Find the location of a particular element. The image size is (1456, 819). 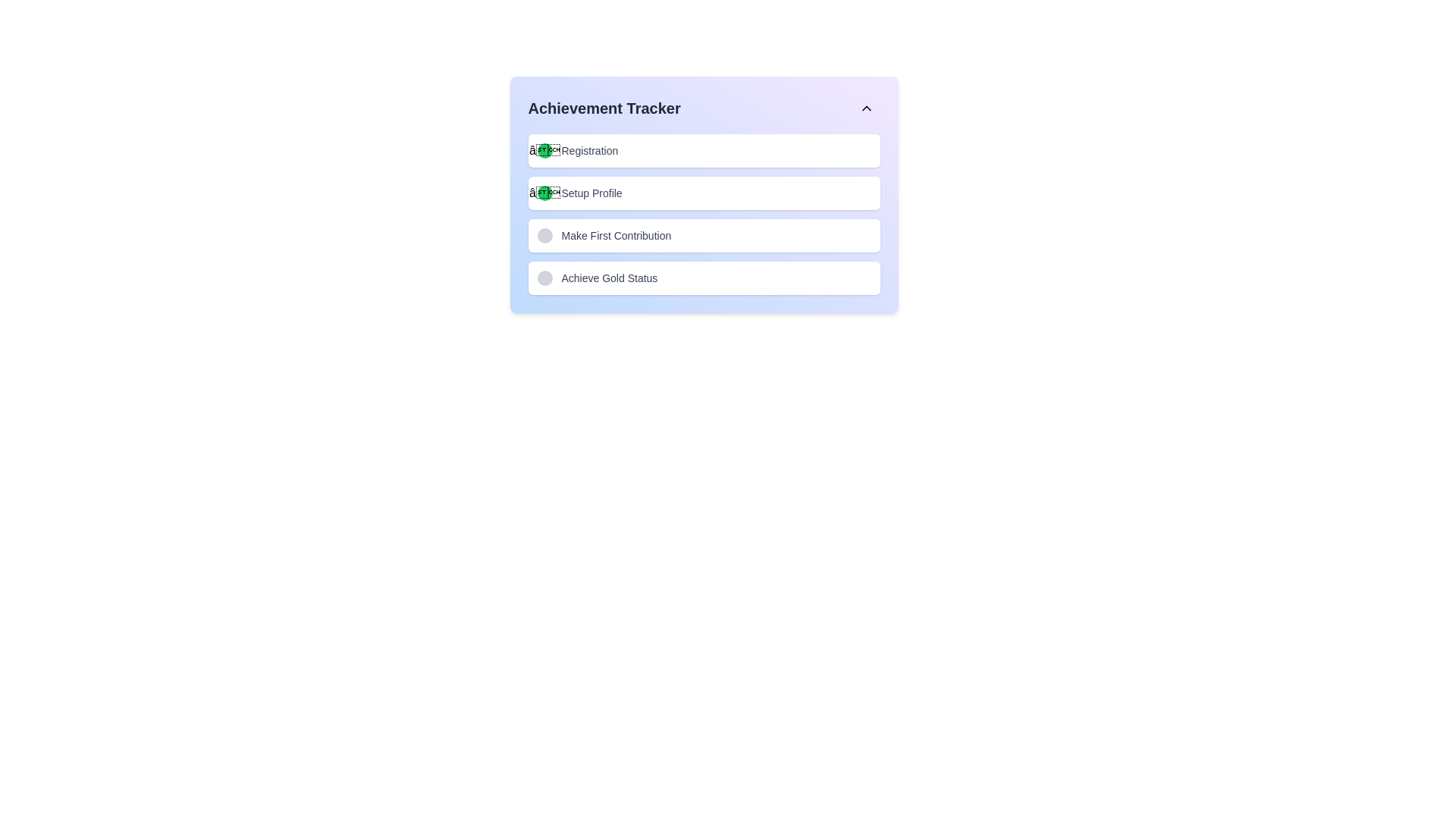

the text label located in the fourth item of the 'Achievement Tracker' list to potentially reveal additional information is located at coordinates (609, 278).